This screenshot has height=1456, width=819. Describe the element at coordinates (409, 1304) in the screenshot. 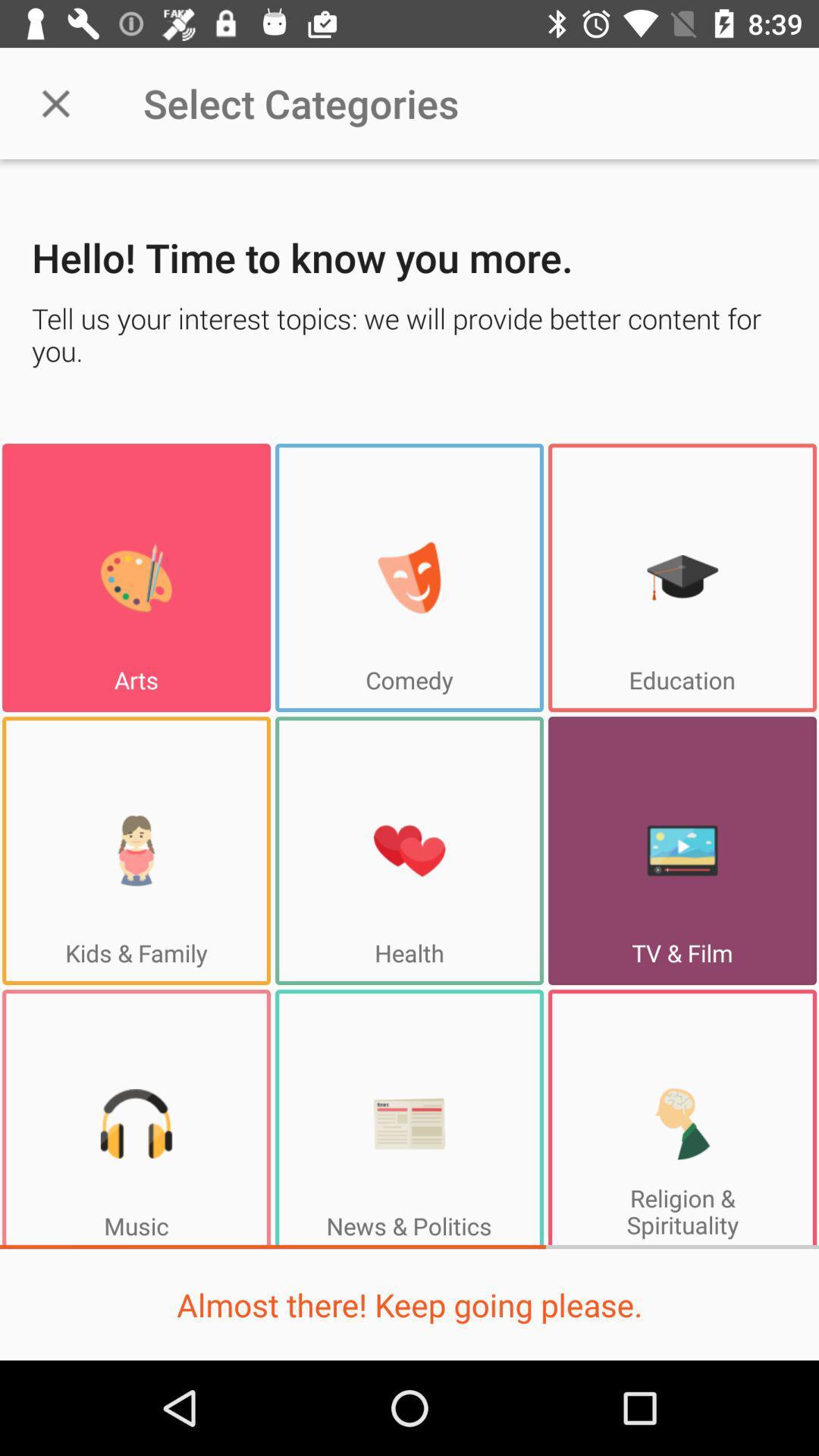

I see `almost there keep icon` at that location.